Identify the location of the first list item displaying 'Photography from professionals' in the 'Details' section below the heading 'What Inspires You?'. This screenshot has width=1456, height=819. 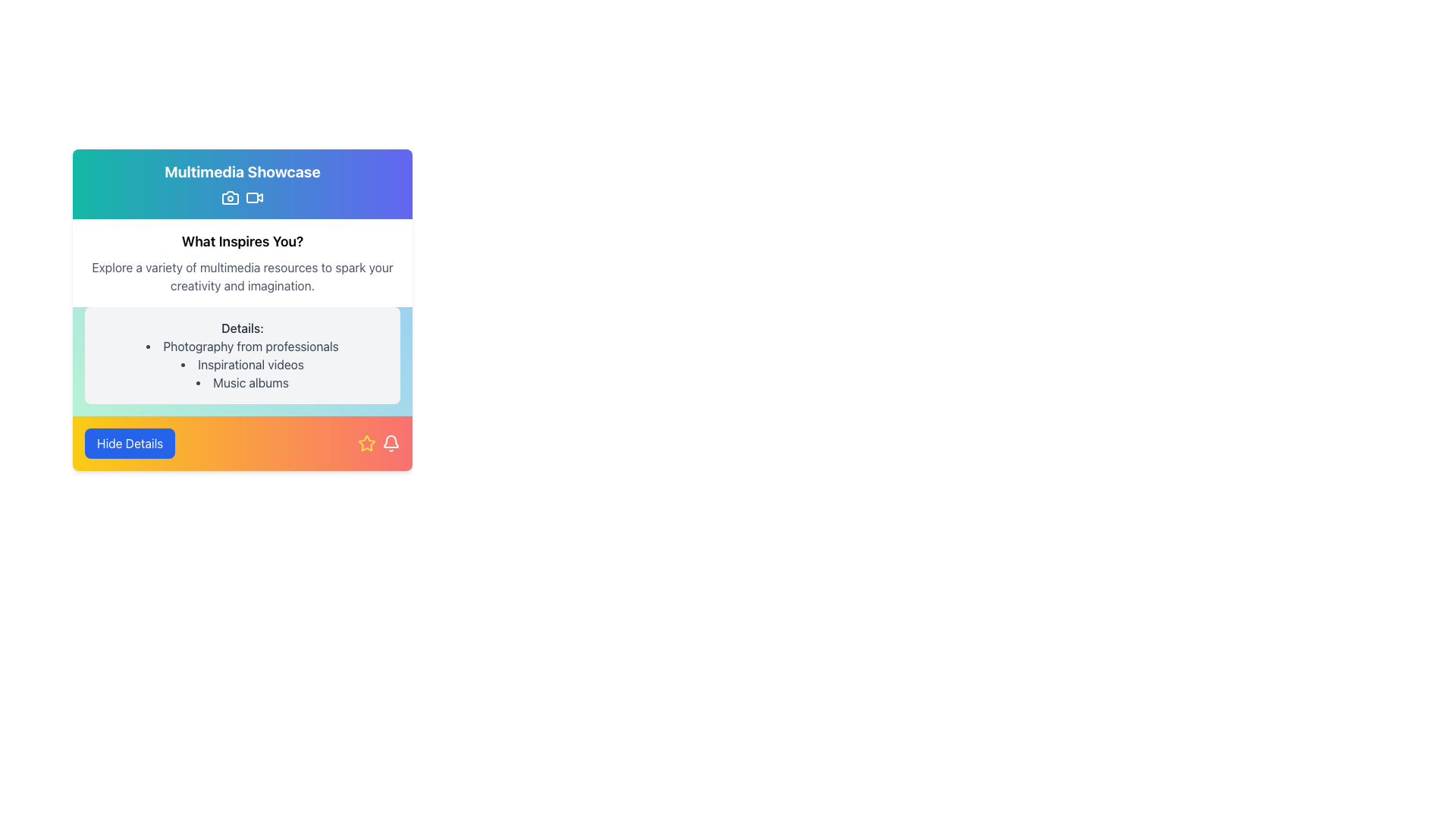
(243, 346).